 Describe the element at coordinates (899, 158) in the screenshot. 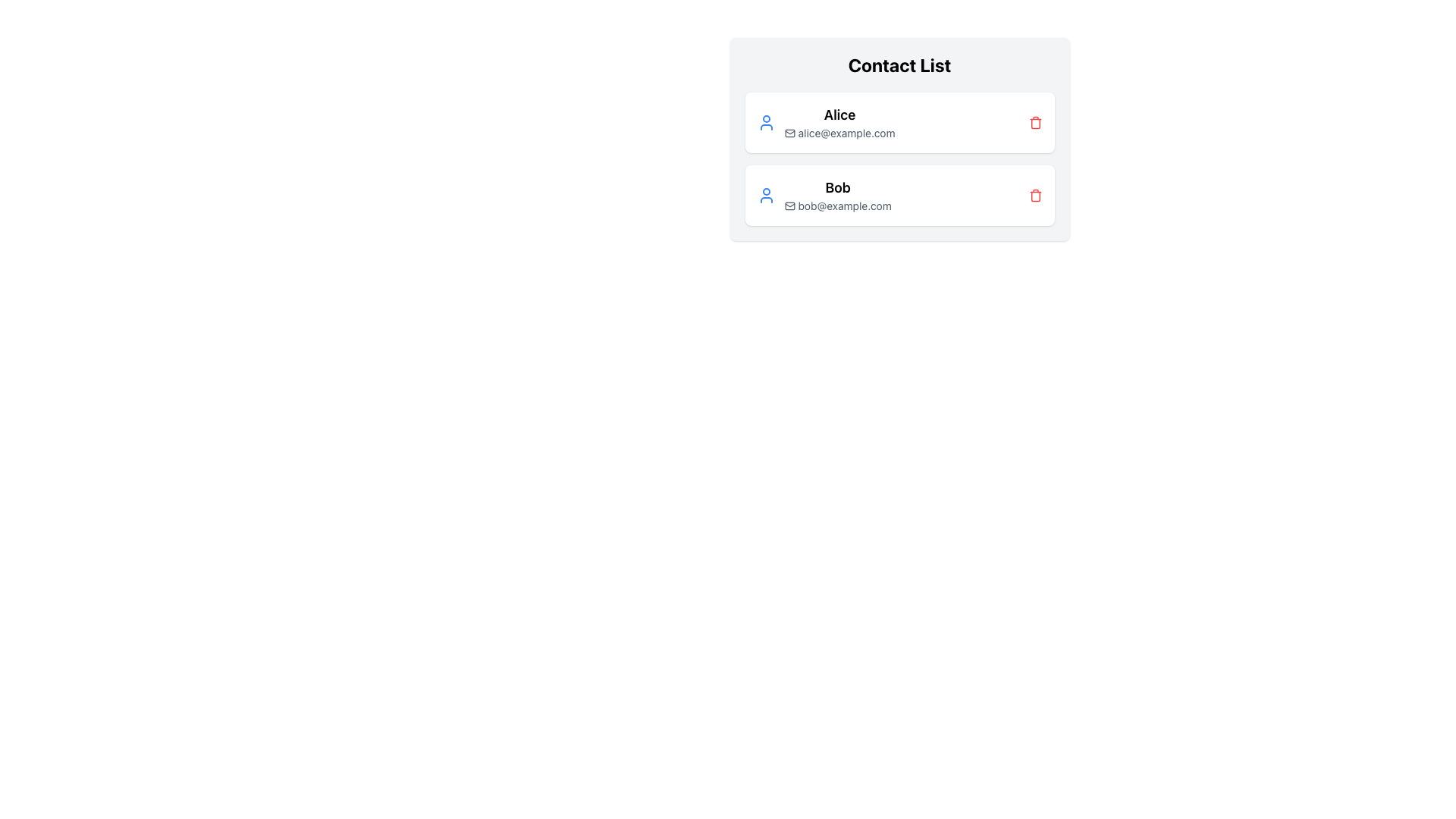

I see `the vertical listing of contact entries in the 'Contact List' section, which features white rectangular cards with rounded corners, displaying avatars, names in bold, and email addresses` at that location.